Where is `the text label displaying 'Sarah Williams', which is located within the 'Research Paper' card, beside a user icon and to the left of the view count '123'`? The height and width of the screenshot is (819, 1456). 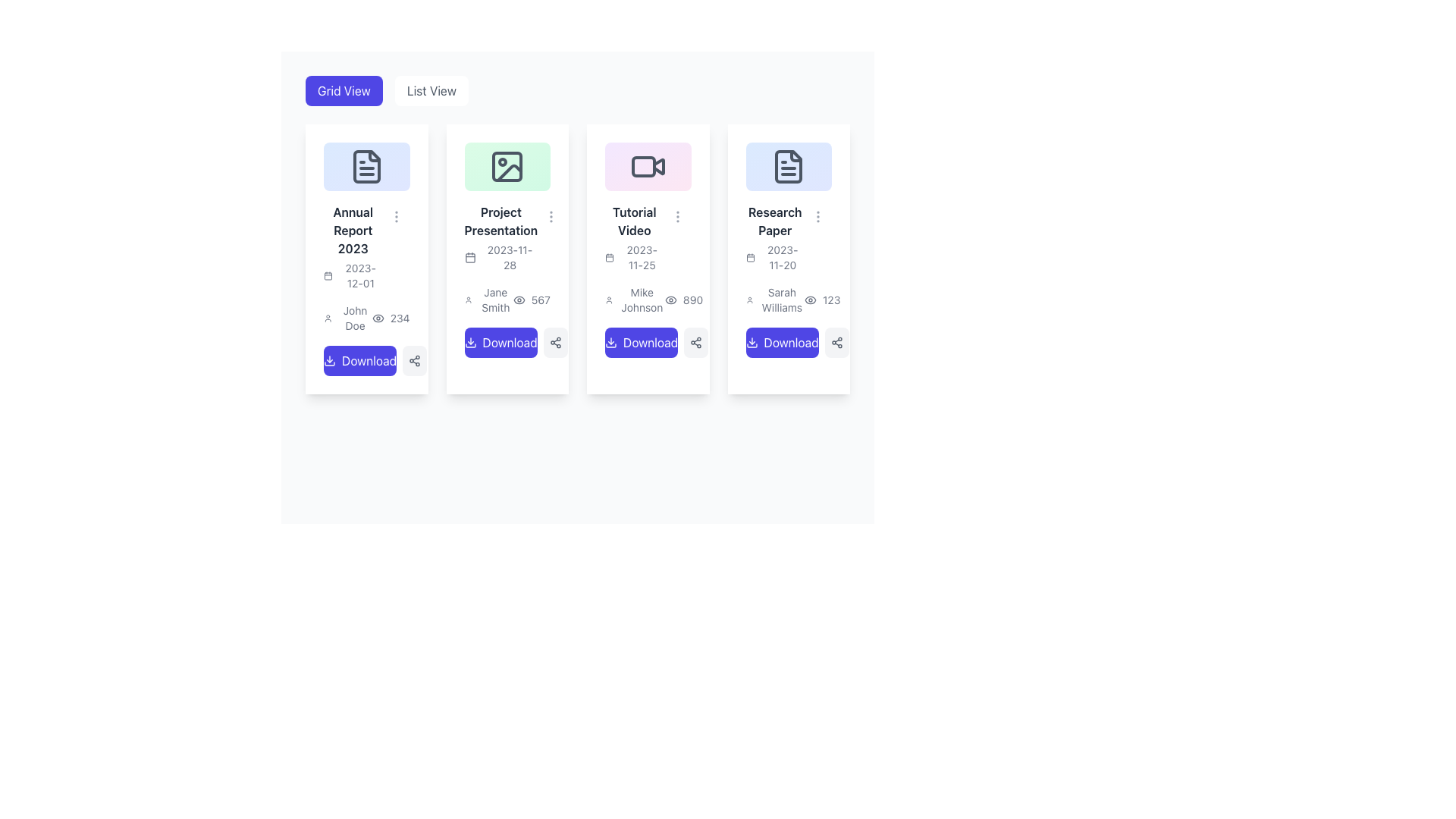 the text label displaying 'Sarah Williams', which is located within the 'Research Paper' card, beside a user icon and to the left of the view count '123' is located at coordinates (775, 300).